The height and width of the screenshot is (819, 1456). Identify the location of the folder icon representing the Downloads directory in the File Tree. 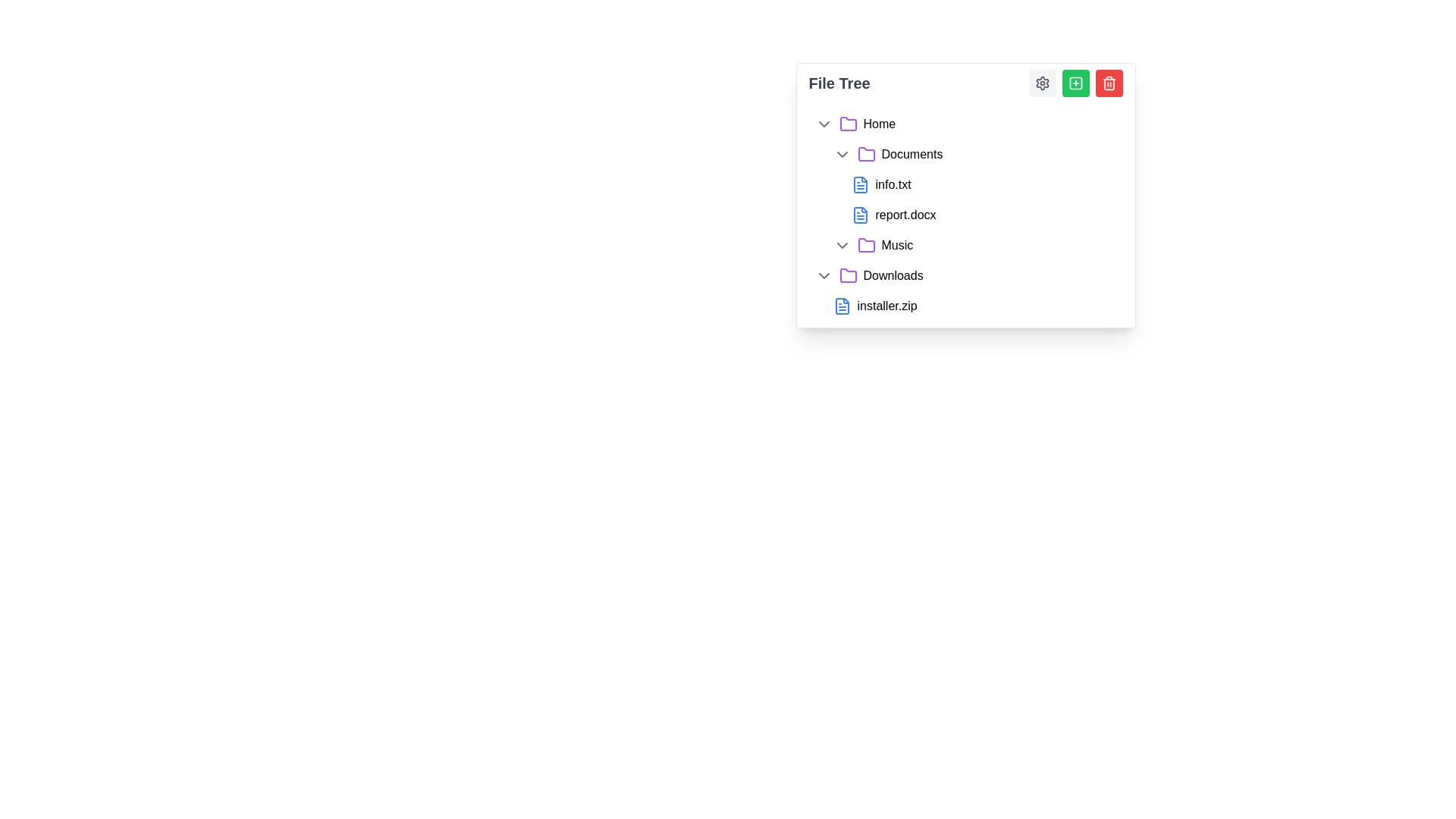
(847, 275).